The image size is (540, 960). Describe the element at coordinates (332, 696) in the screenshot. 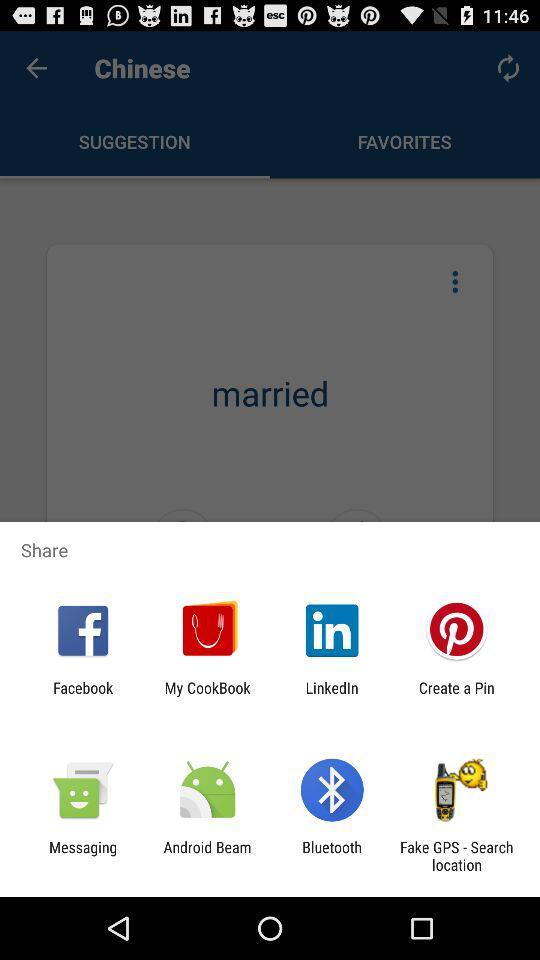

I see `icon to the right of the my cookbook app` at that location.